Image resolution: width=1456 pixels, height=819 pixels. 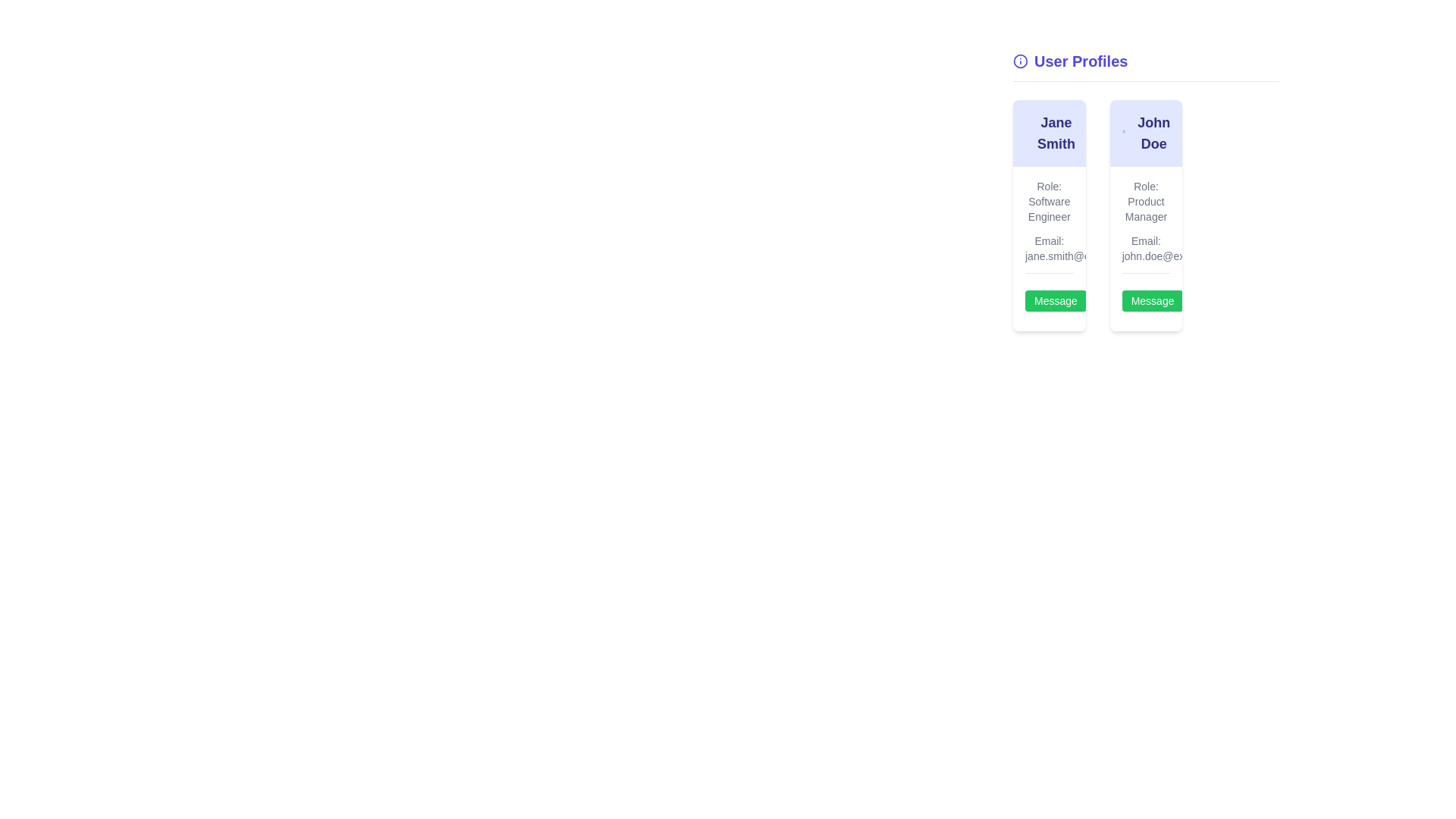 I want to click on the text display element showing the user's email address, located in the middle section of the user information card, beneath 'Role: Software Engineer', so click(x=1048, y=247).